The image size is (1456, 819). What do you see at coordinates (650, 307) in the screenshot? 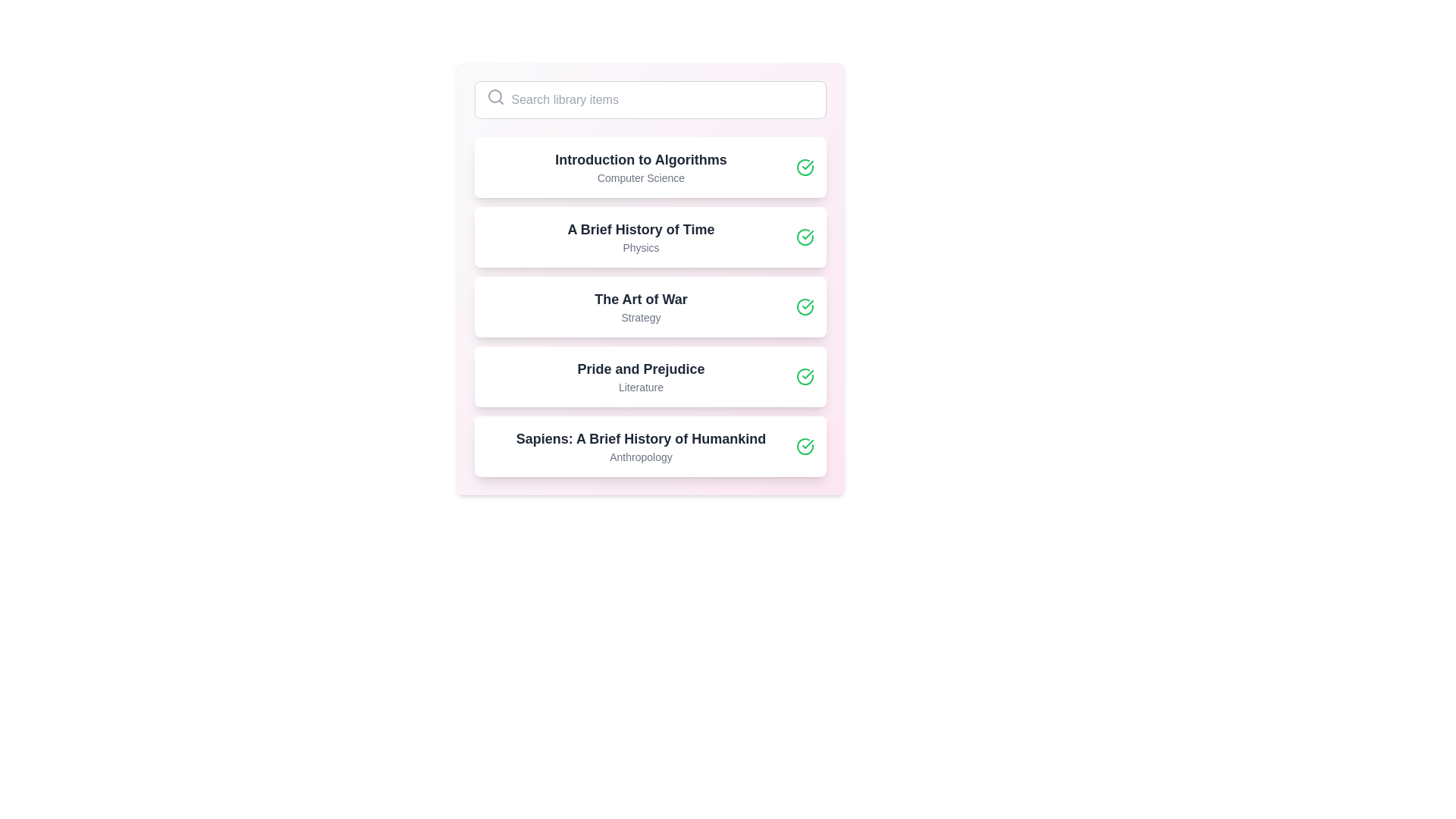
I see `the third card` at bounding box center [650, 307].